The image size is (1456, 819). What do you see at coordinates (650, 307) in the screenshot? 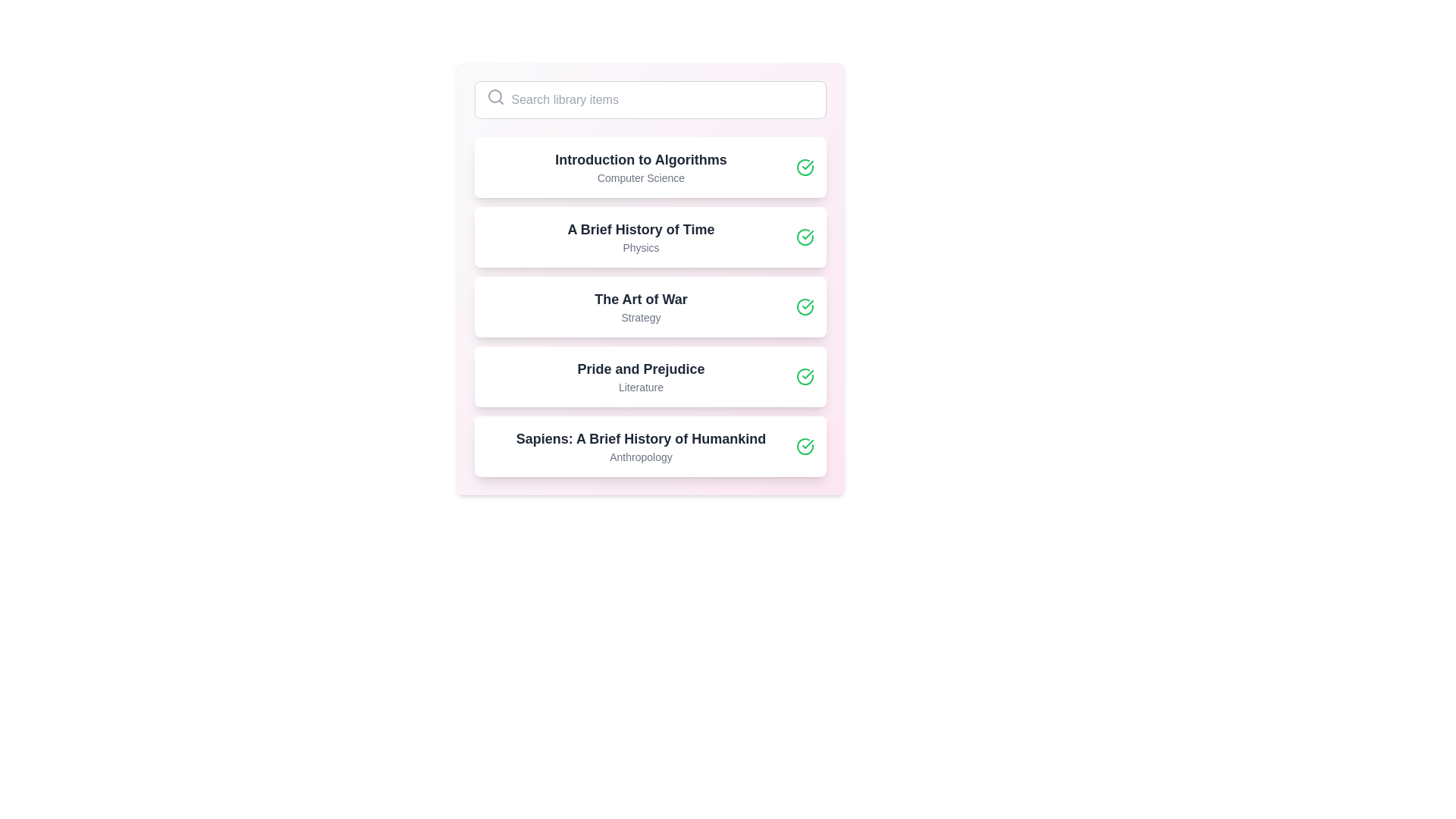
I see `the third card` at bounding box center [650, 307].